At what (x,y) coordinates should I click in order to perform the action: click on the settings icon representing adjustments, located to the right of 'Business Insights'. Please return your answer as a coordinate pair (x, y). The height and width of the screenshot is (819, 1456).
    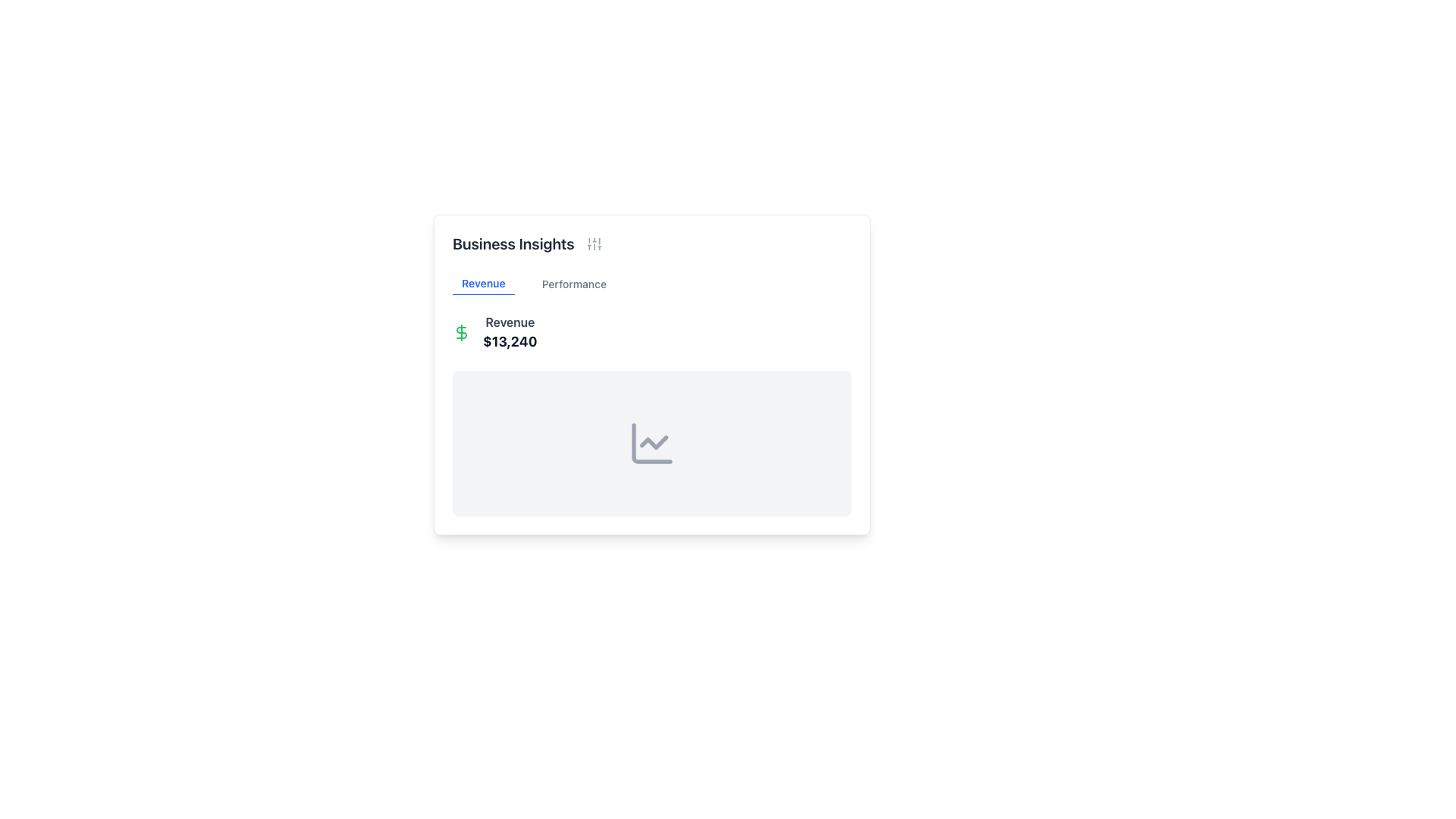
    Looking at the image, I should click on (593, 243).